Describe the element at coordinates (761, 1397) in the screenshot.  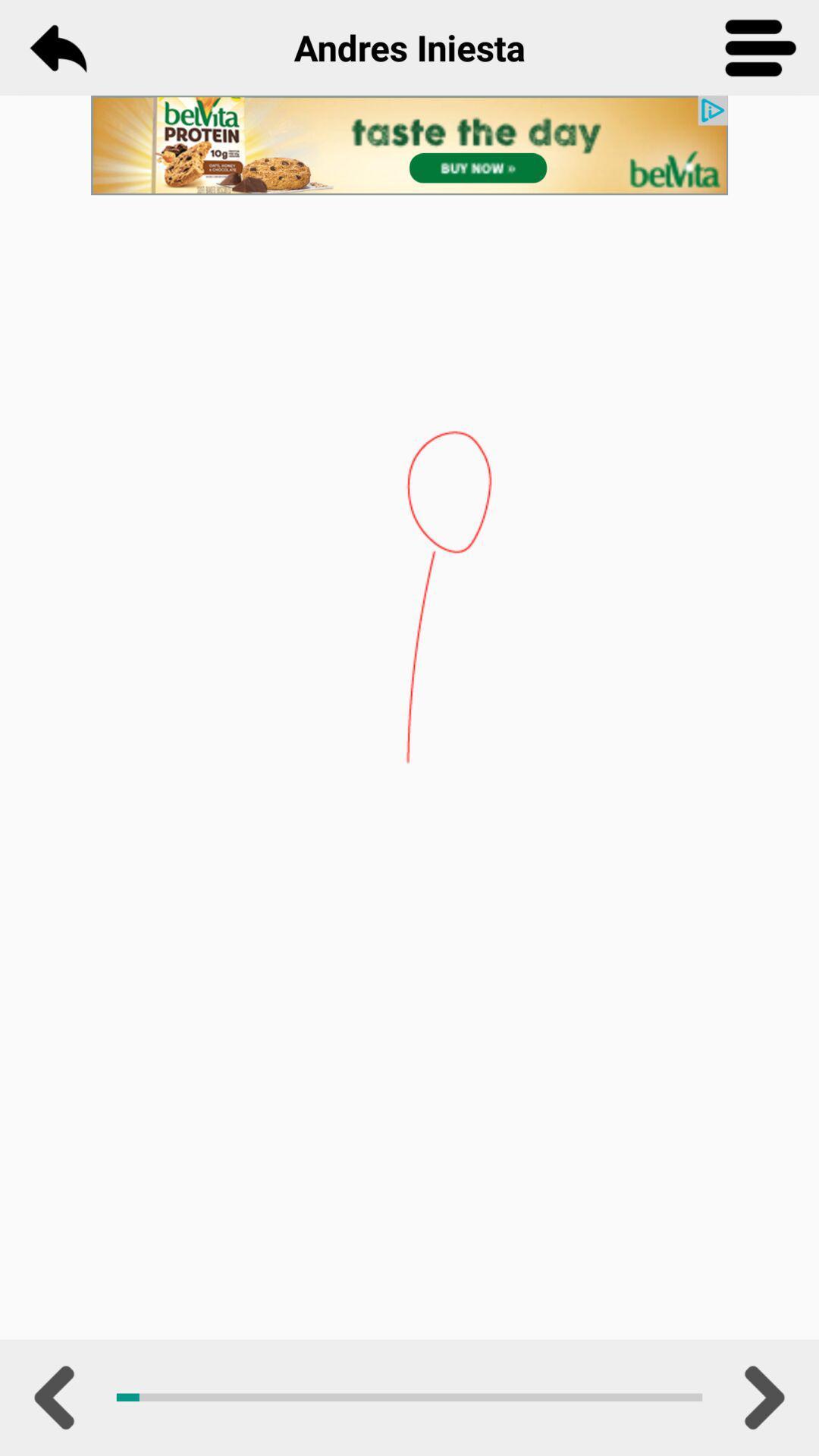
I see `next` at that location.